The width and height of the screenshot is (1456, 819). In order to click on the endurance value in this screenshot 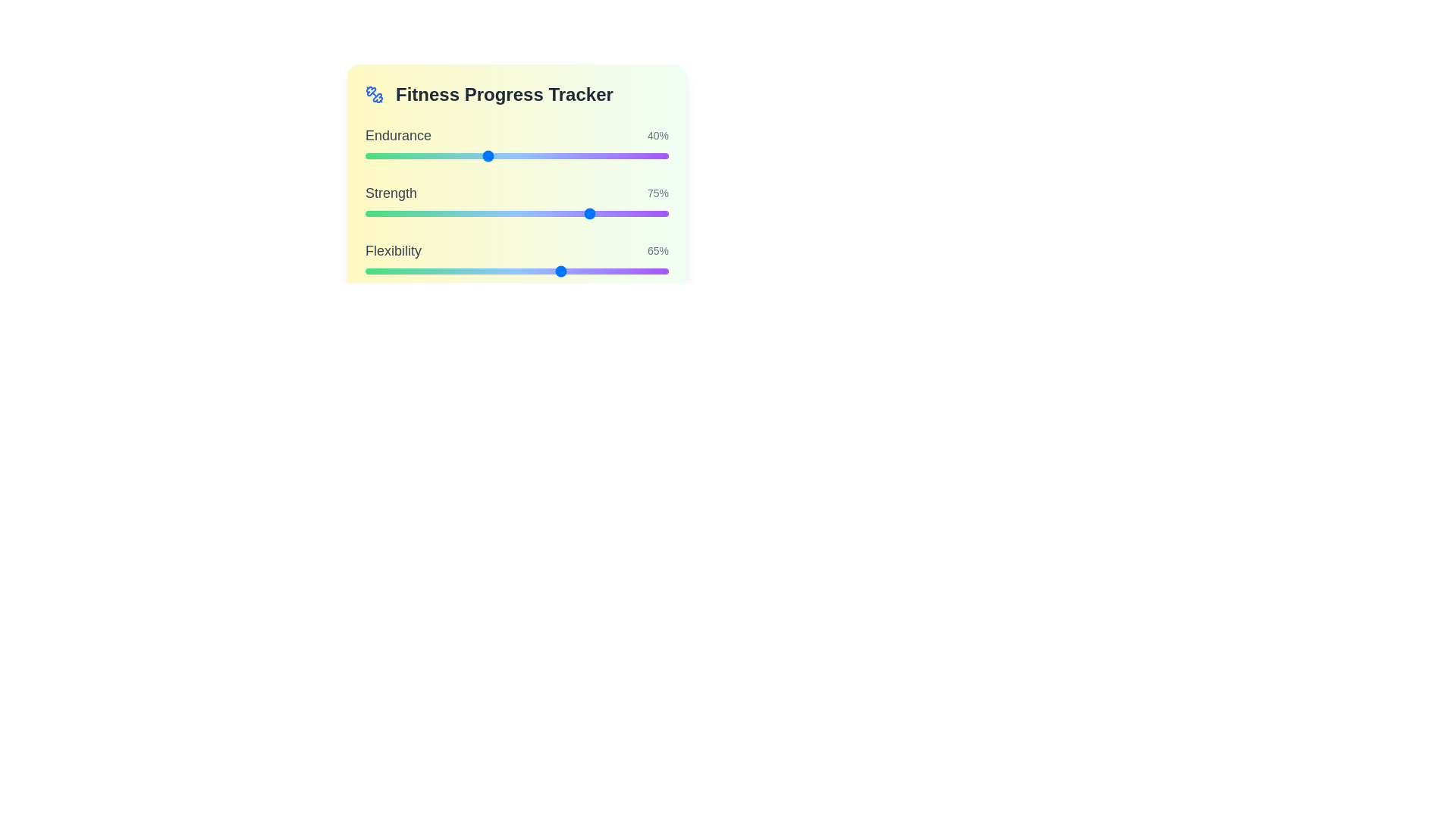, I will do `click(425, 155)`.